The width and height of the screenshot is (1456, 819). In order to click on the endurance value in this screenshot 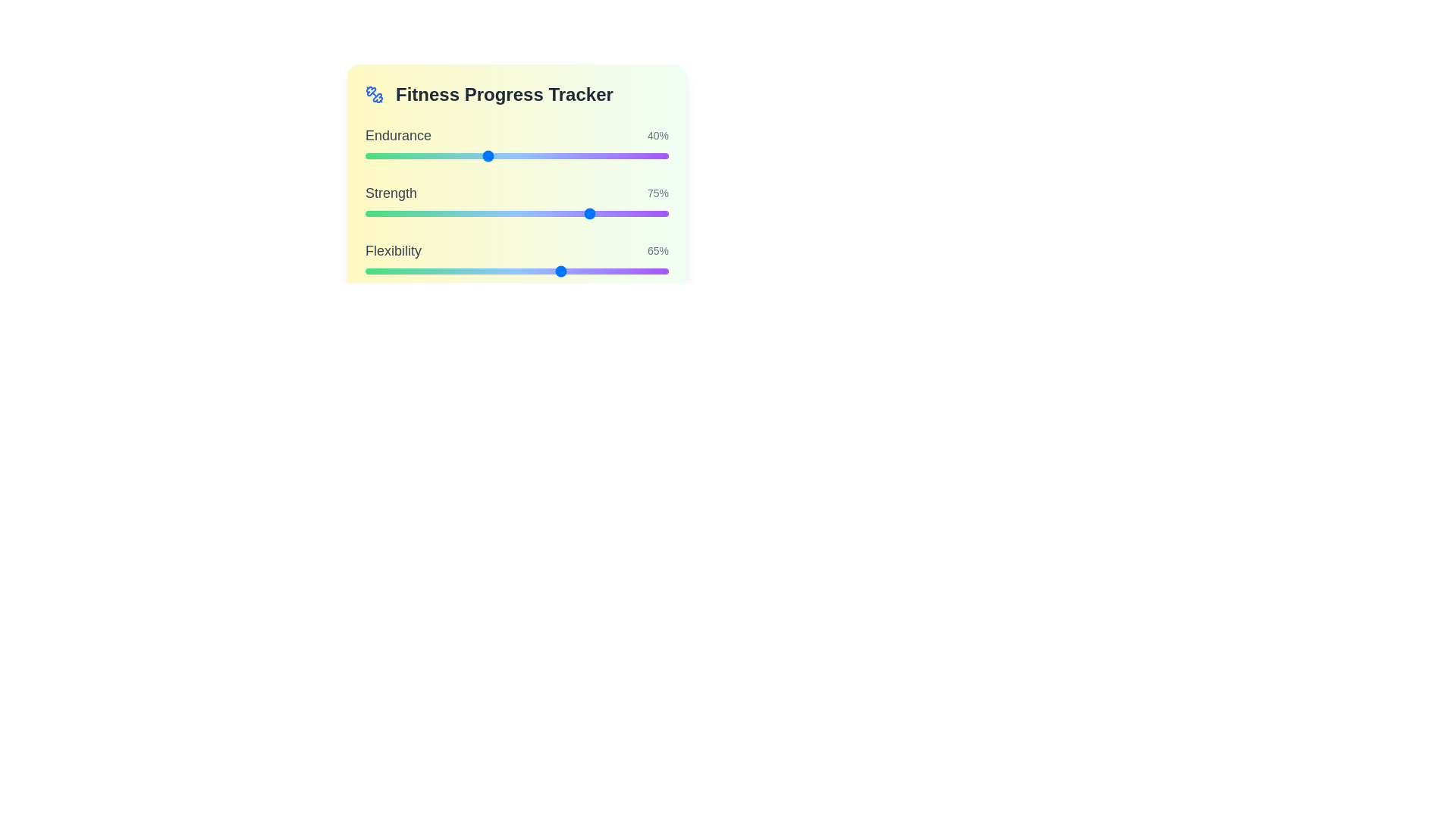, I will do `click(425, 155)`.